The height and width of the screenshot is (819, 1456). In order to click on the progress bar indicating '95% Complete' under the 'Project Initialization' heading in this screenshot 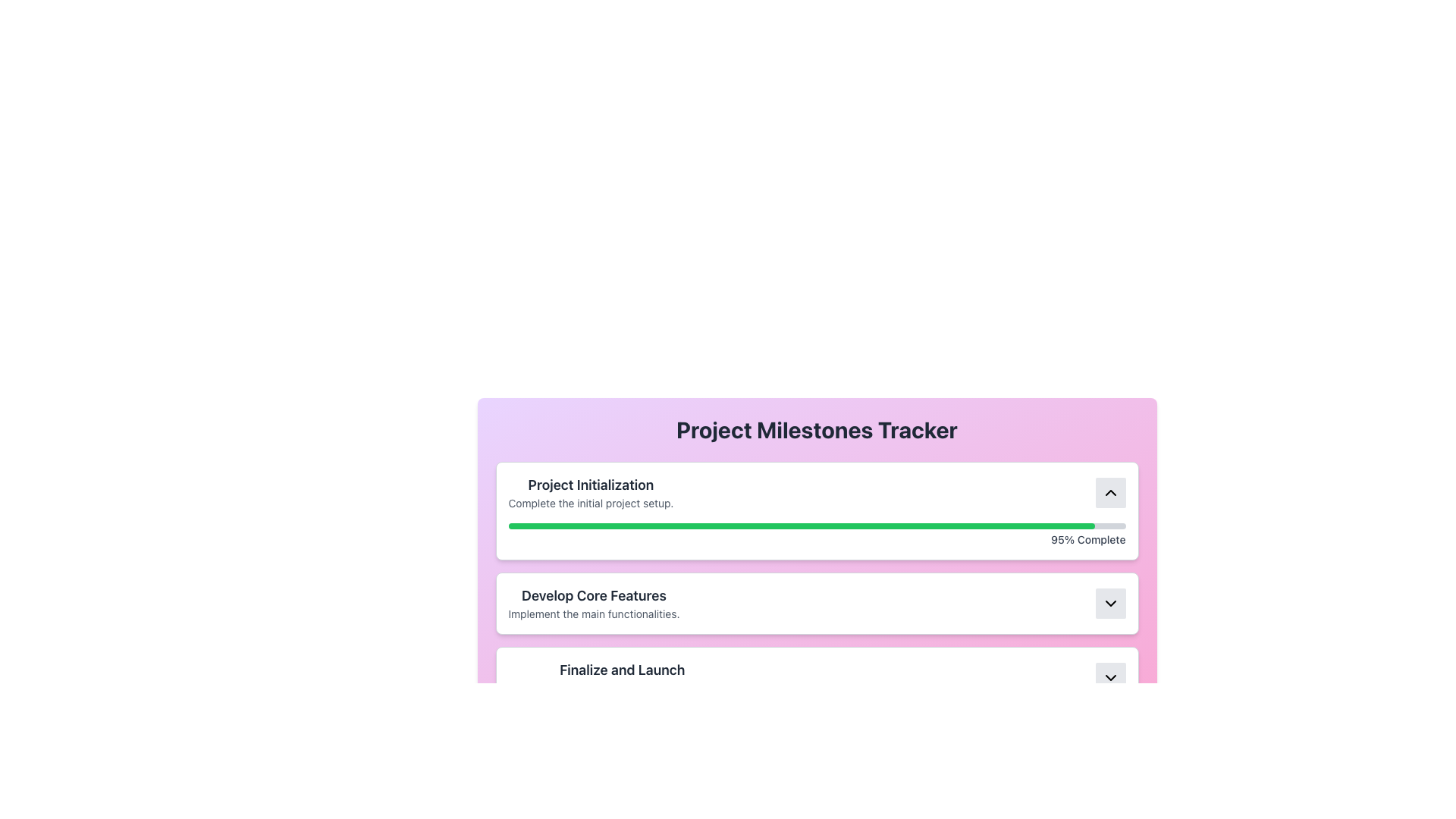, I will do `click(816, 526)`.